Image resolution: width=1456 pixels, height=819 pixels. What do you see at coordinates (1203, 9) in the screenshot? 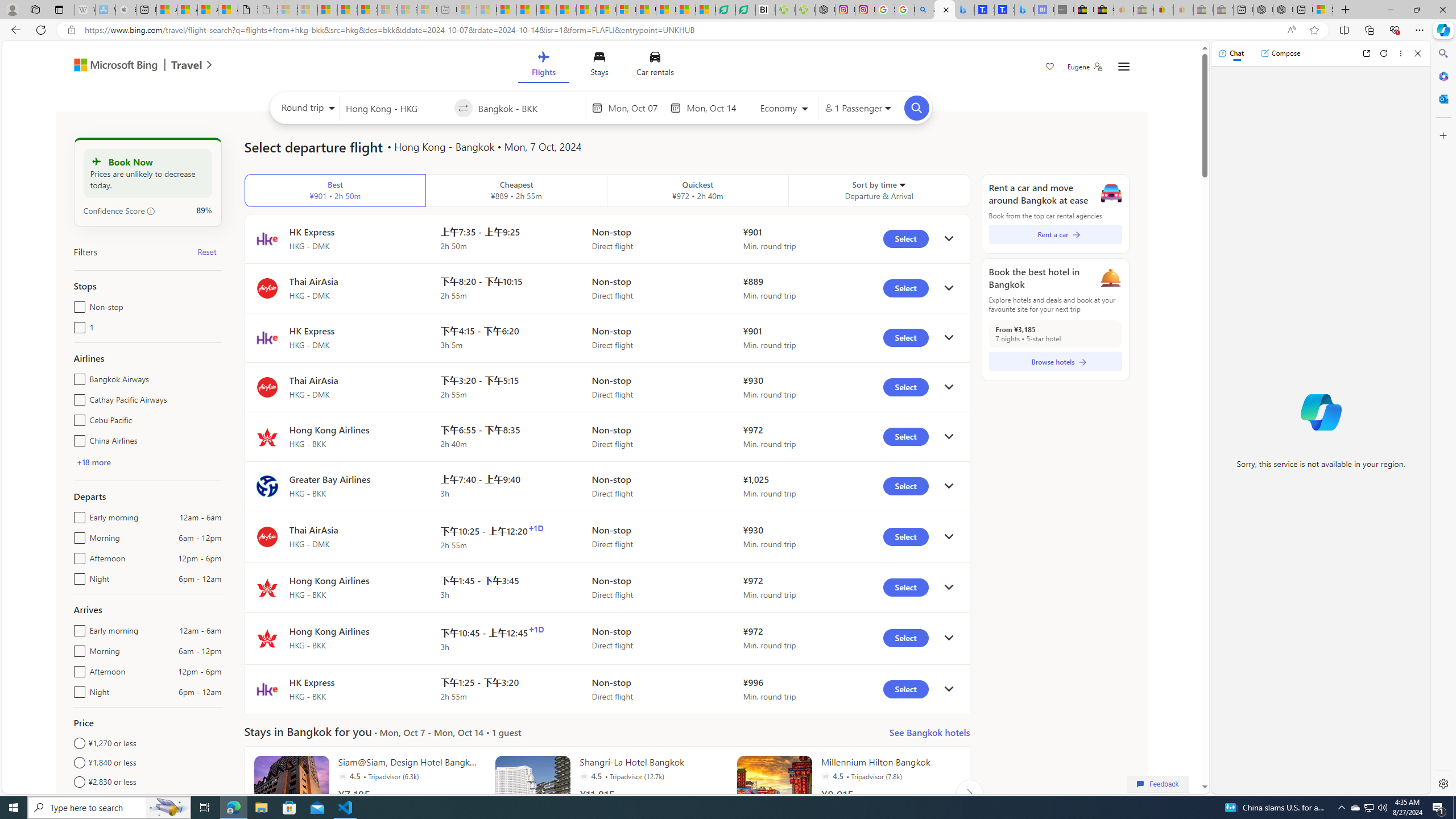
I see `'Press Room - eBay Inc. - Sleeping'` at bounding box center [1203, 9].